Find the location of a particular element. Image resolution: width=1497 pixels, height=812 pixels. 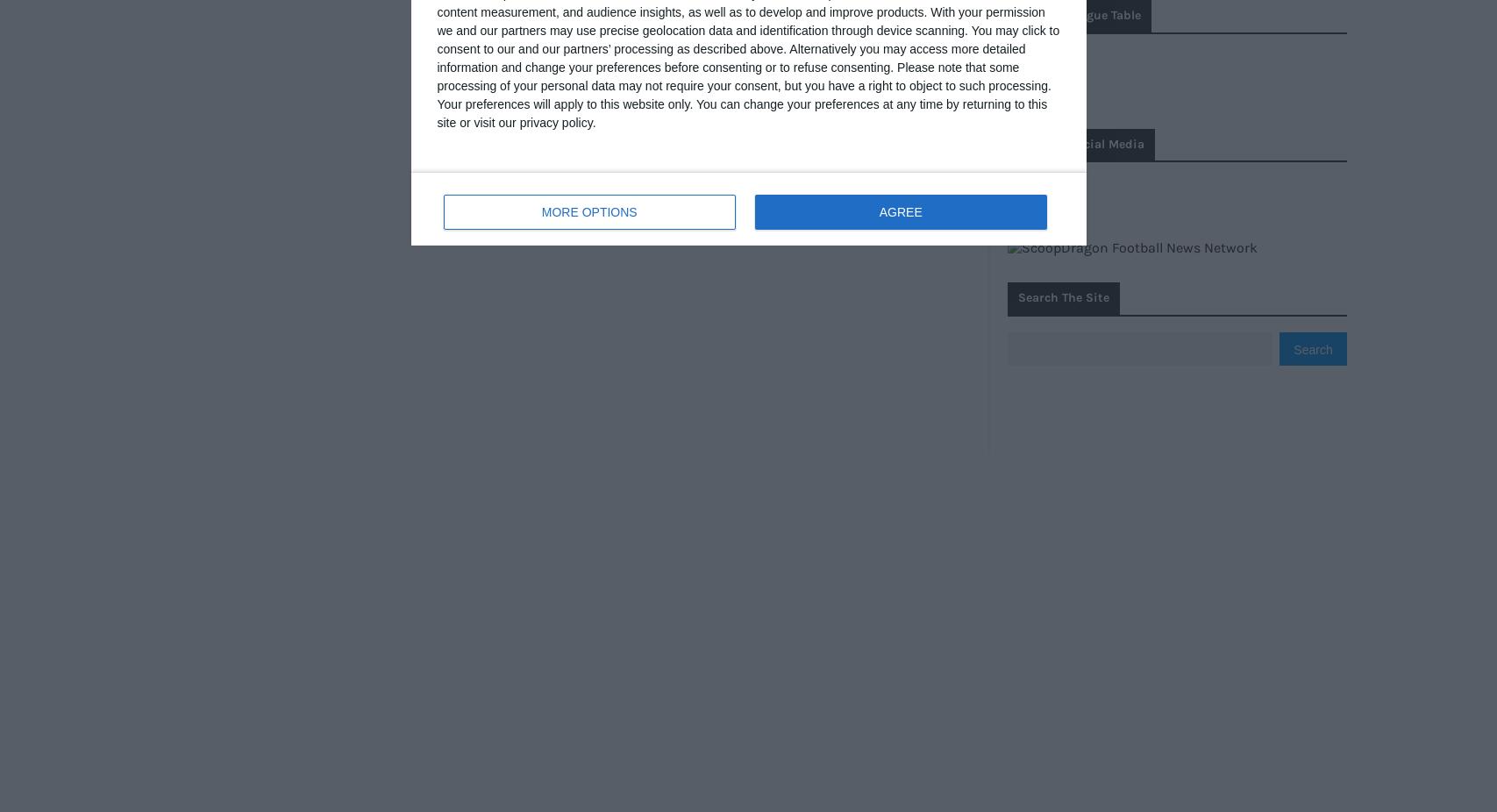

'Many might make a mistake when it comes to remembering in a few months’ time, which formation Pep Guardiola used …' is located at coordinates (722, 368).